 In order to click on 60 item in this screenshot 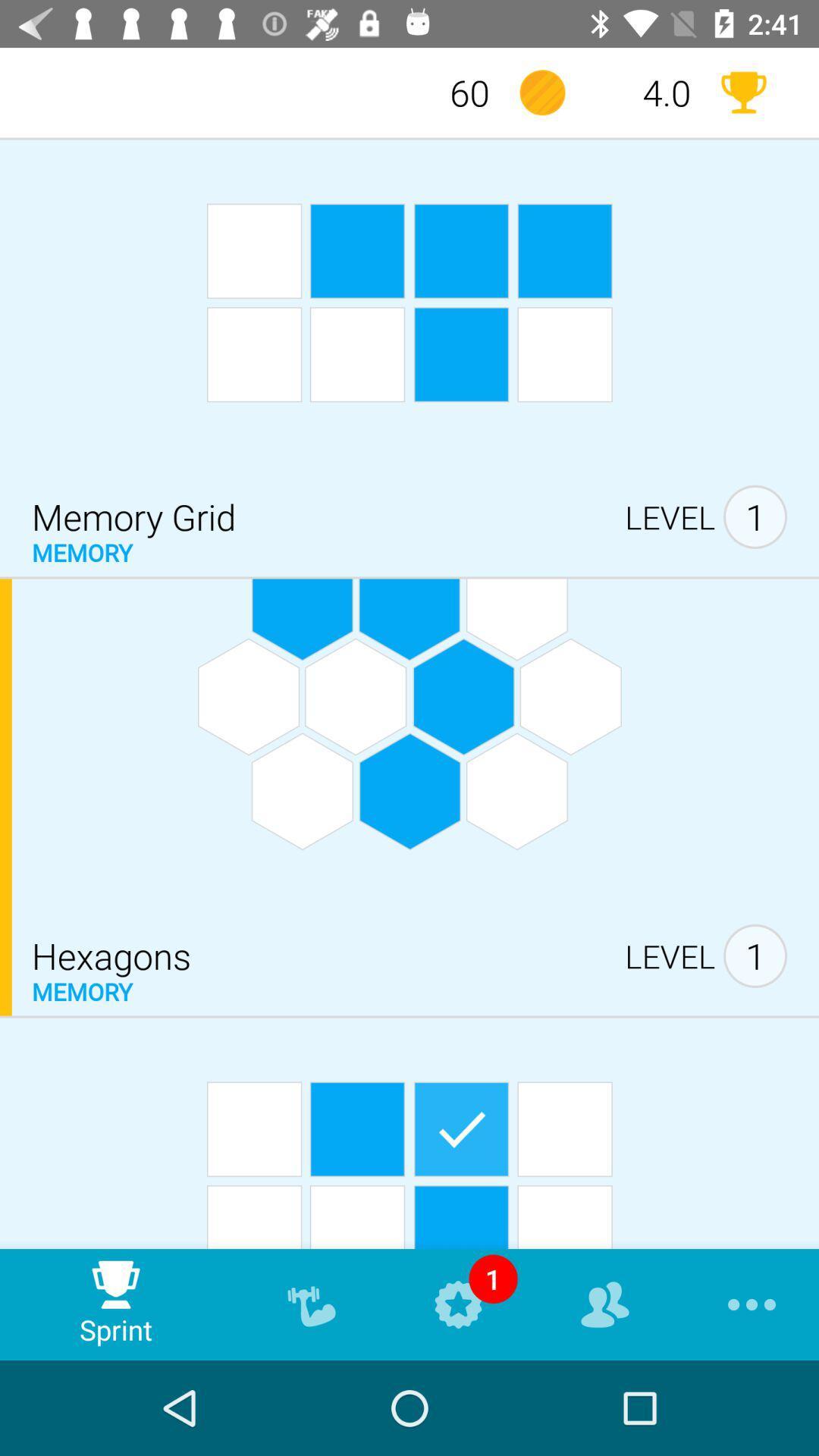, I will do `click(441, 92)`.